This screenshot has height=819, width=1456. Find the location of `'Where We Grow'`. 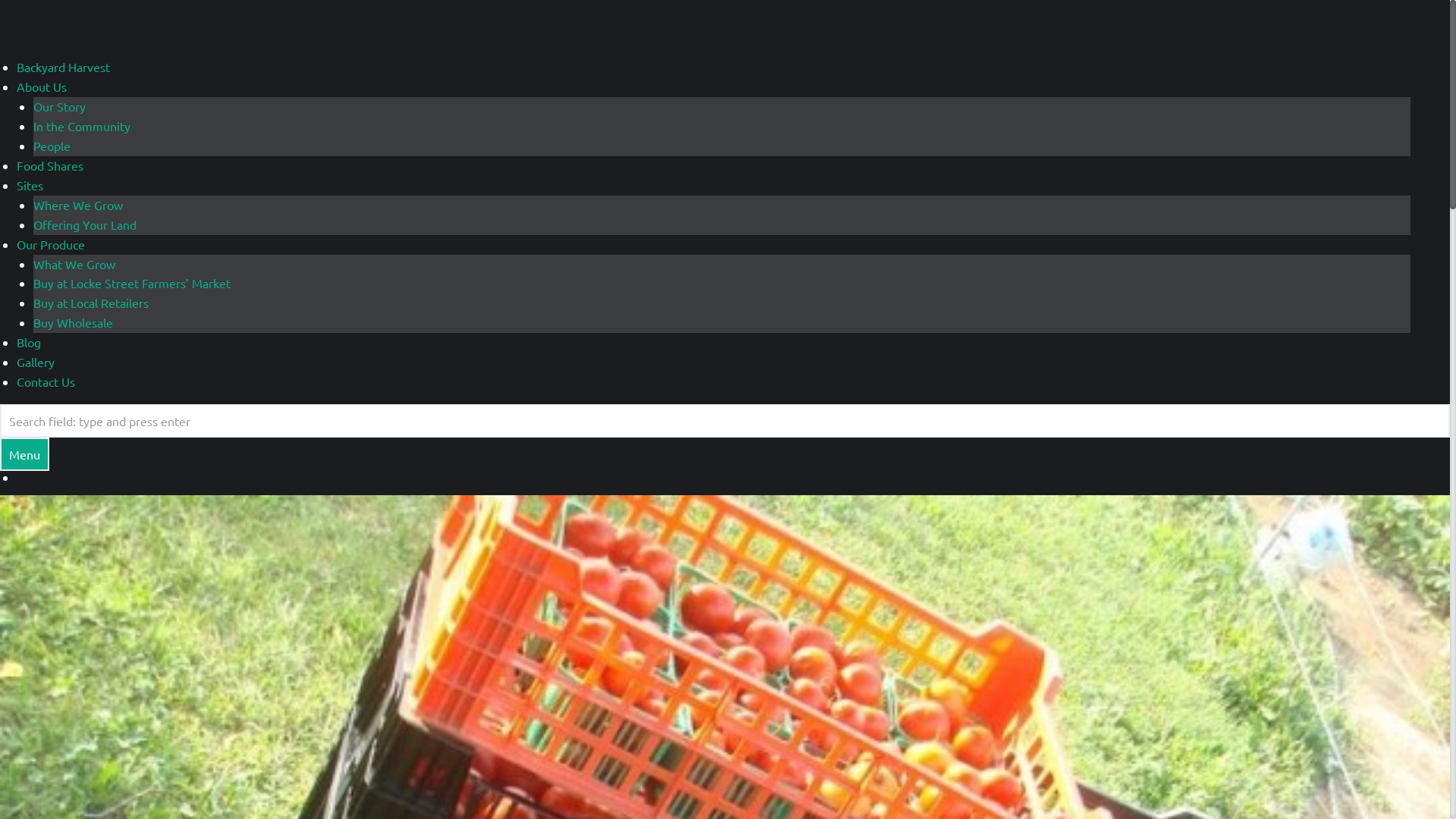

'Where We Grow' is located at coordinates (77, 205).